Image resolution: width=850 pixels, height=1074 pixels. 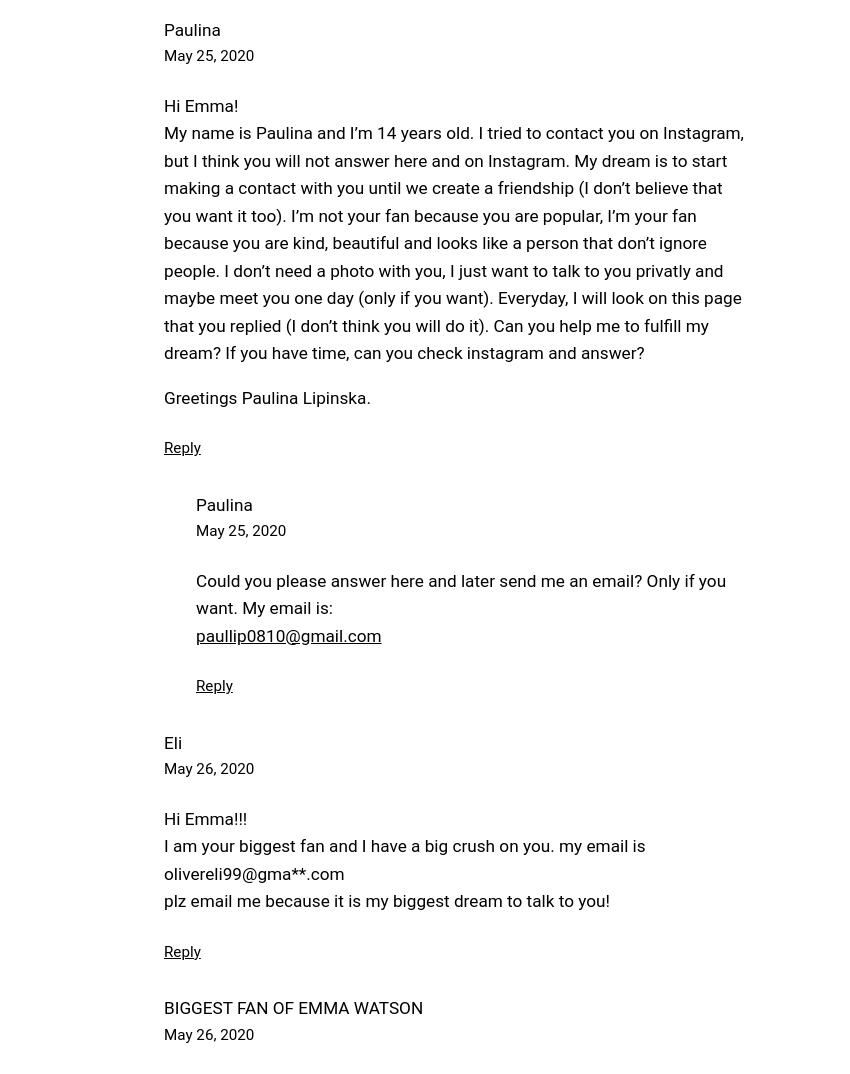 I want to click on 'I am your biggest fan and I have a big crush on you. my email is olivereli99@gma**.com', so click(x=163, y=859).